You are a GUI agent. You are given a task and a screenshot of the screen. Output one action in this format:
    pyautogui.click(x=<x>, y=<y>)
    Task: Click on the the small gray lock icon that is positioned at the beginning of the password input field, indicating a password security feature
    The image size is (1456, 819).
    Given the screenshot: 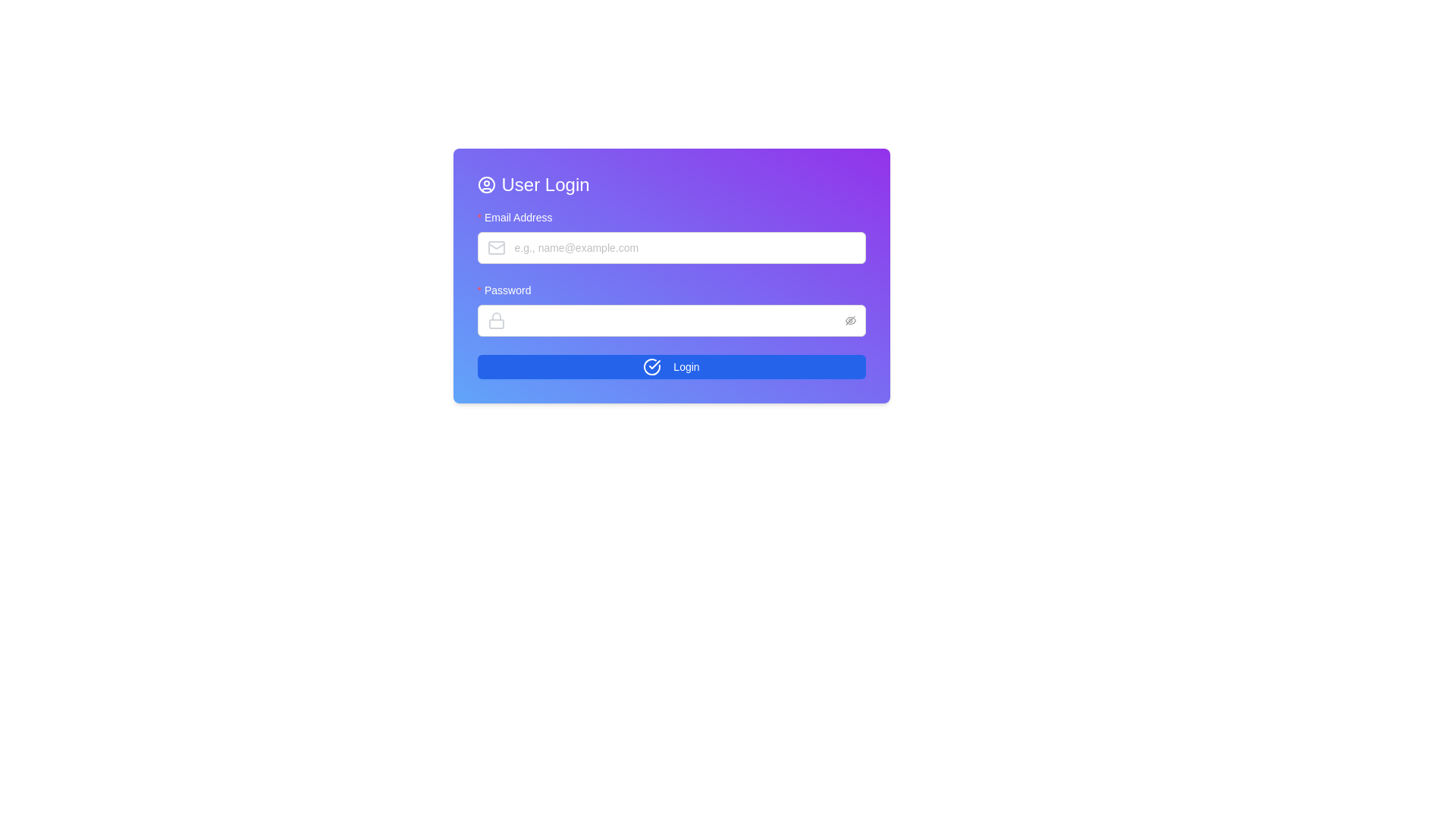 What is the action you would take?
    pyautogui.click(x=499, y=320)
    